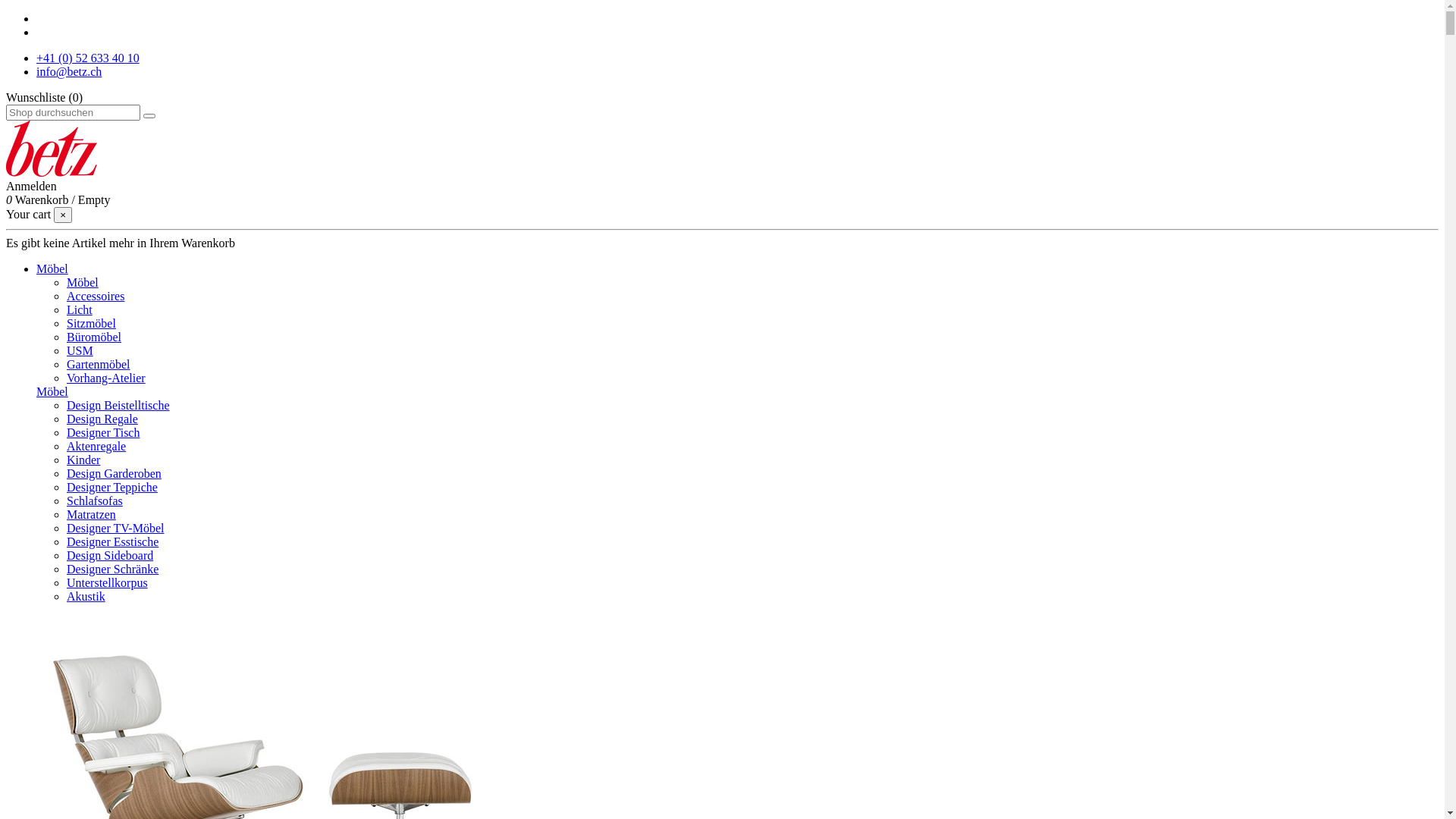 This screenshot has width=1456, height=819. Describe the element at coordinates (106, 582) in the screenshot. I see `'Unterstellkorpus'` at that location.